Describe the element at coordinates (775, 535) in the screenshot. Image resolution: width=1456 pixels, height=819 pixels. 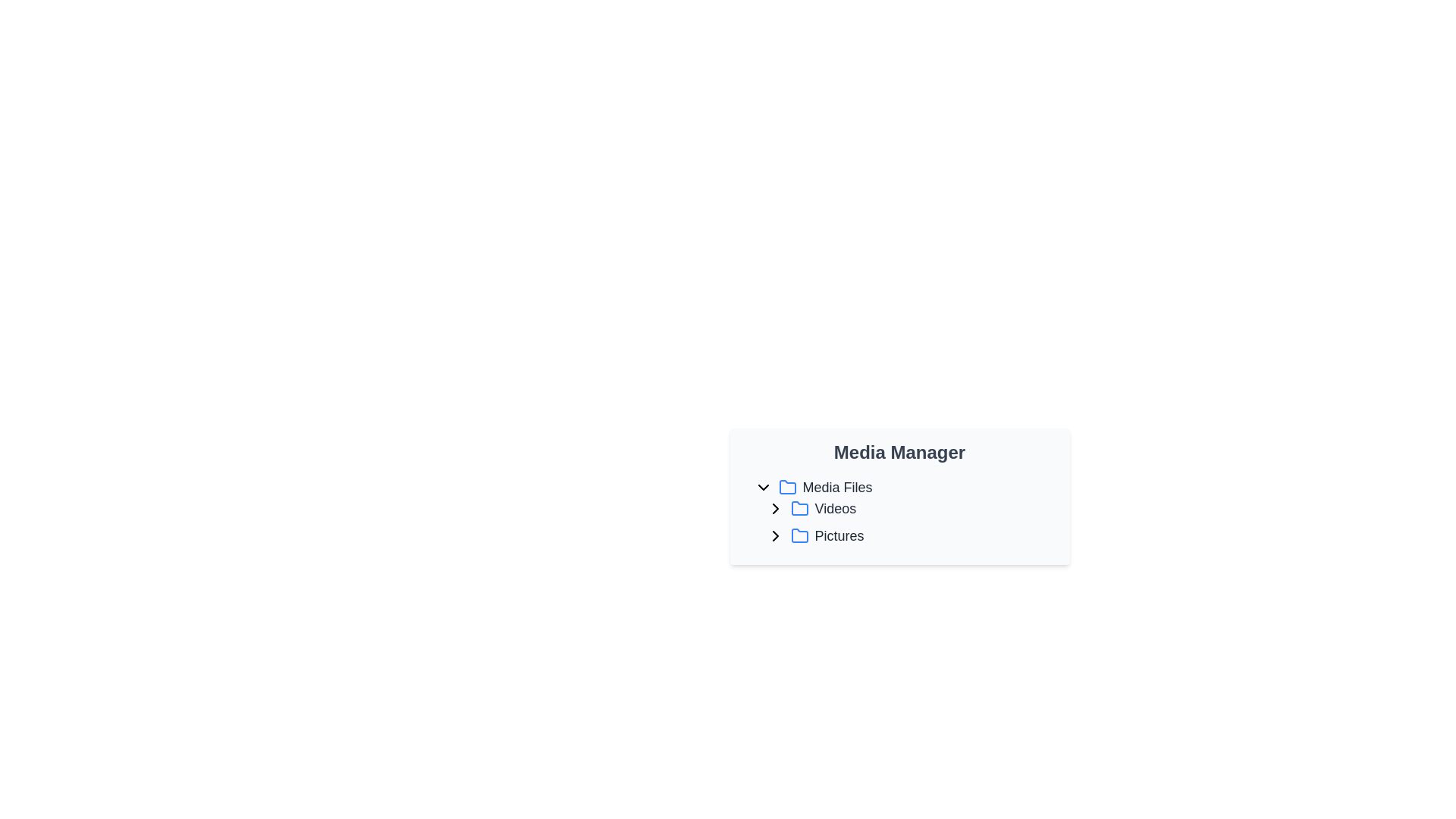
I see `the chevron icon next to 'Pictures' in the Media Manager` at that location.